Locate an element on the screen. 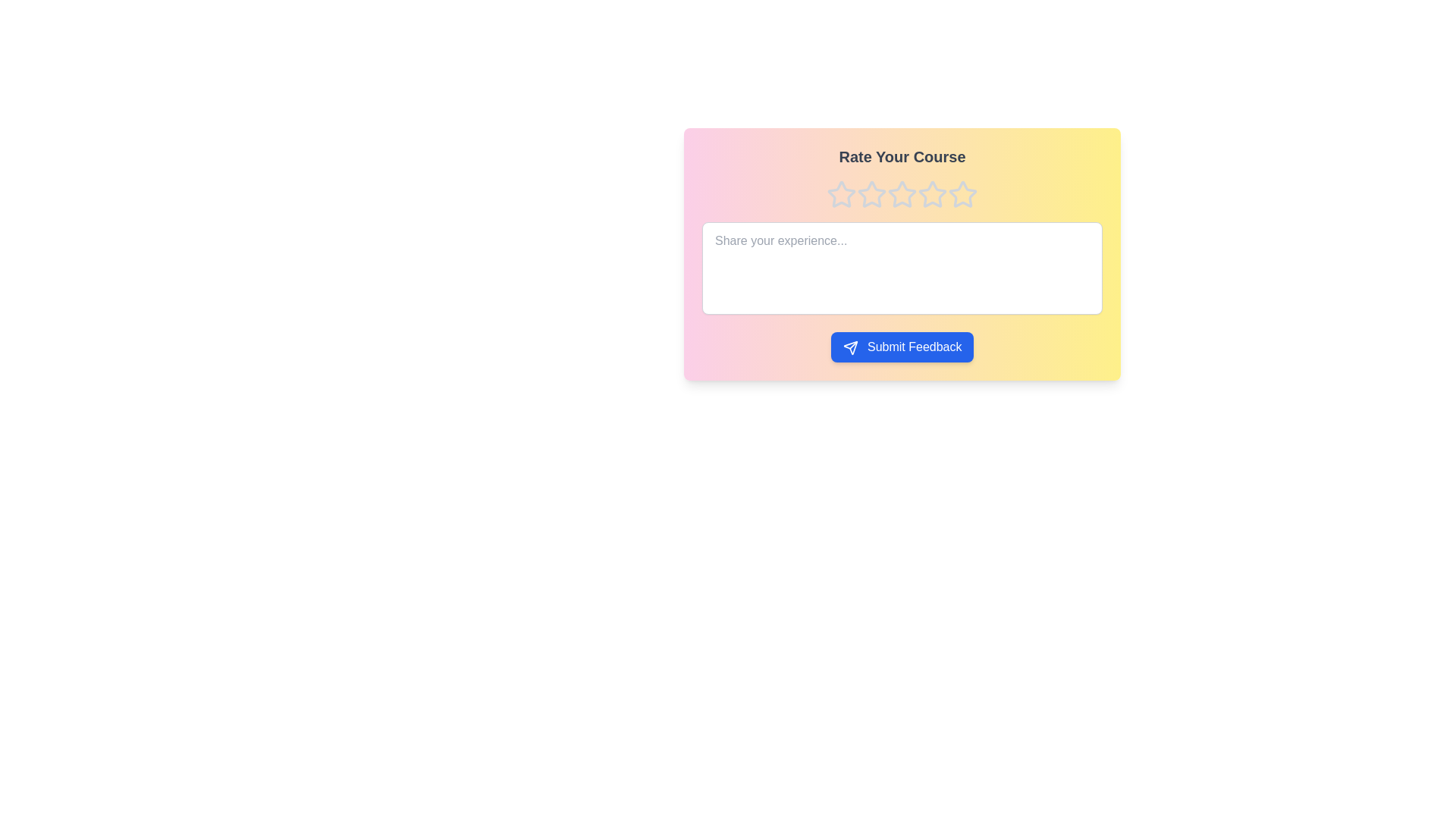  on the third star in the rating section is located at coordinates (902, 194).